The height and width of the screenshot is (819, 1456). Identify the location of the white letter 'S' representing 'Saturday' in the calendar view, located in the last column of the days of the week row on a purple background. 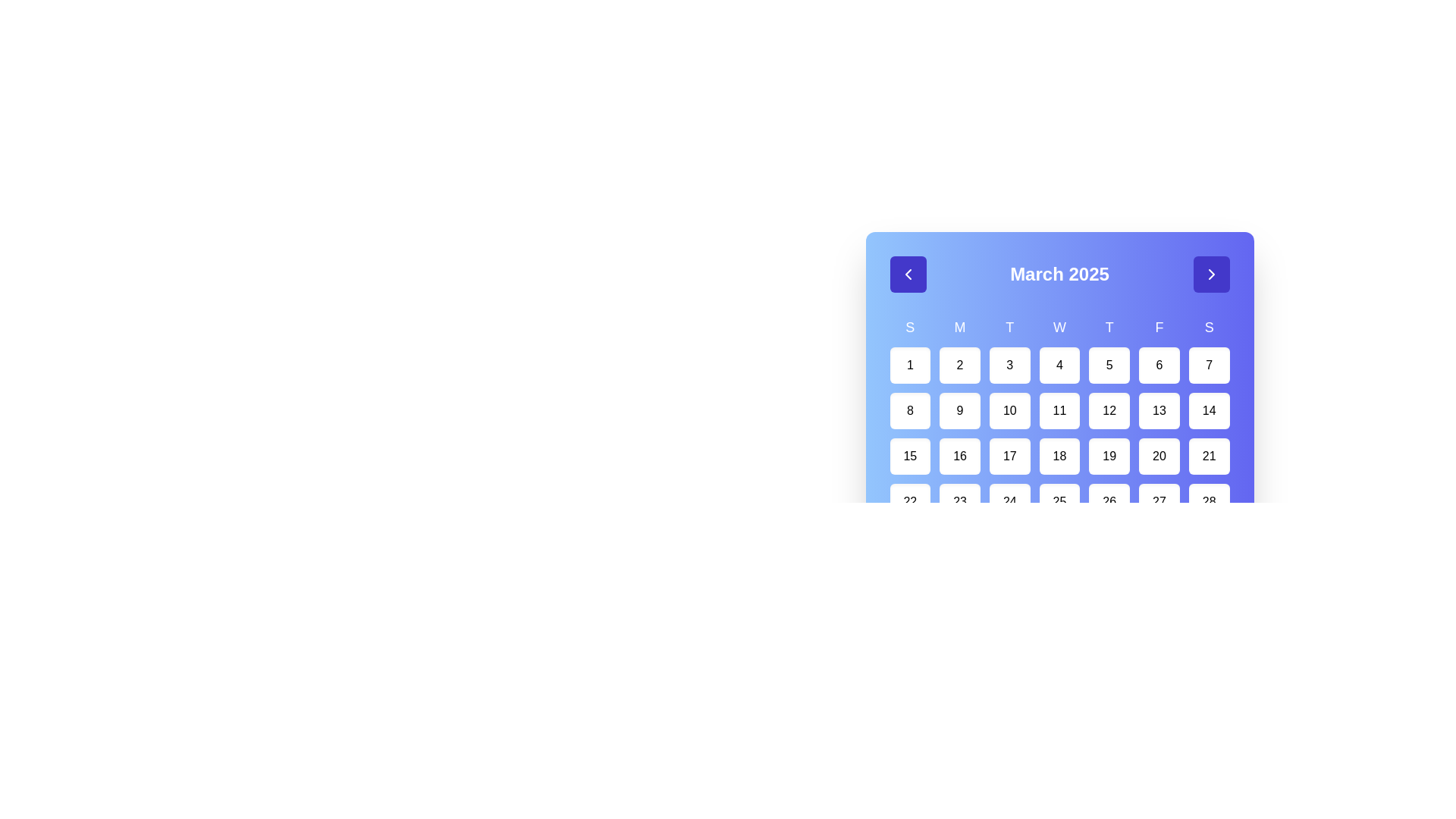
(1208, 327).